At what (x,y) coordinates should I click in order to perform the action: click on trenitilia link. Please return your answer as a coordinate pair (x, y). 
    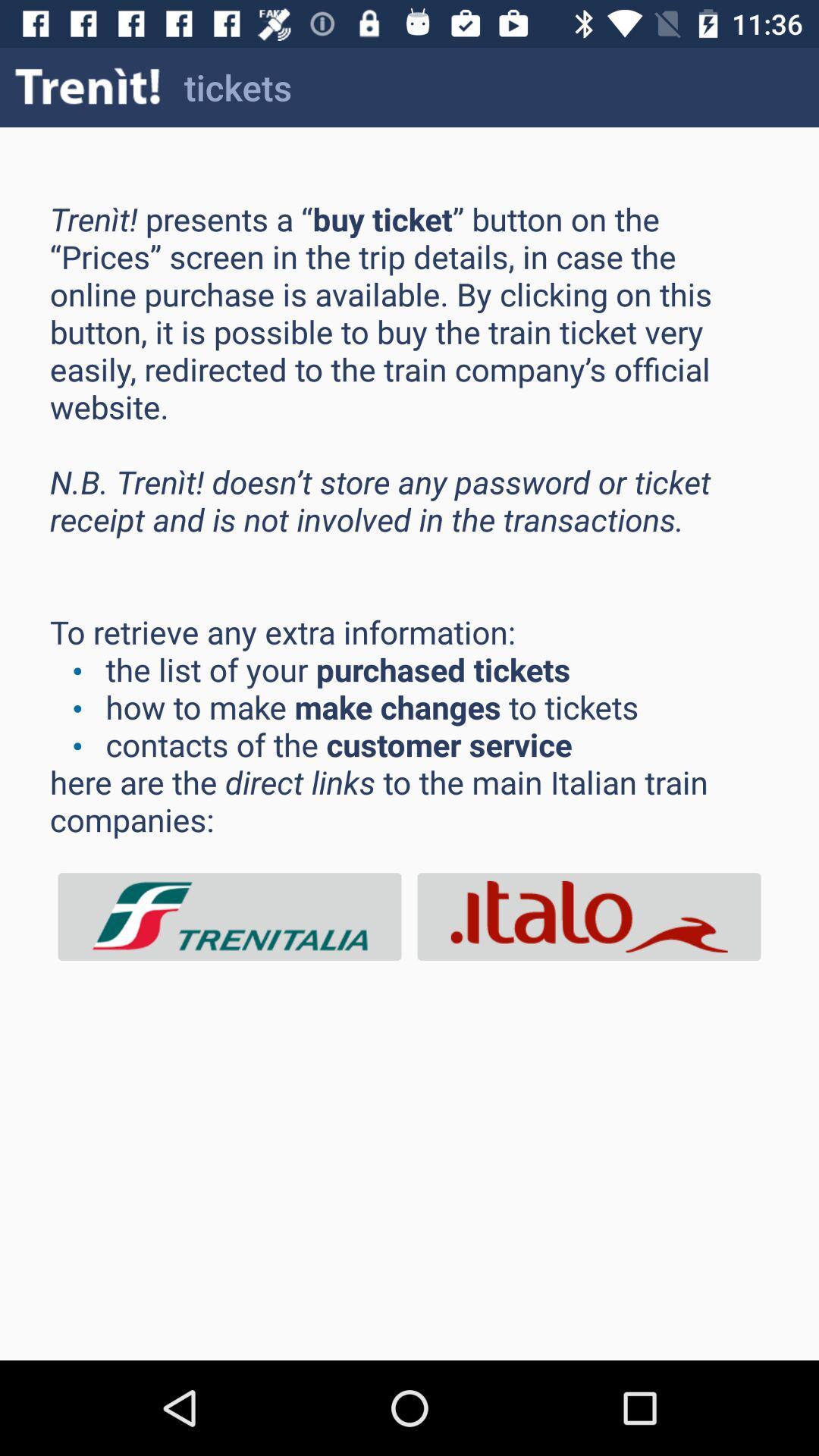
    Looking at the image, I should click on (230, 916).